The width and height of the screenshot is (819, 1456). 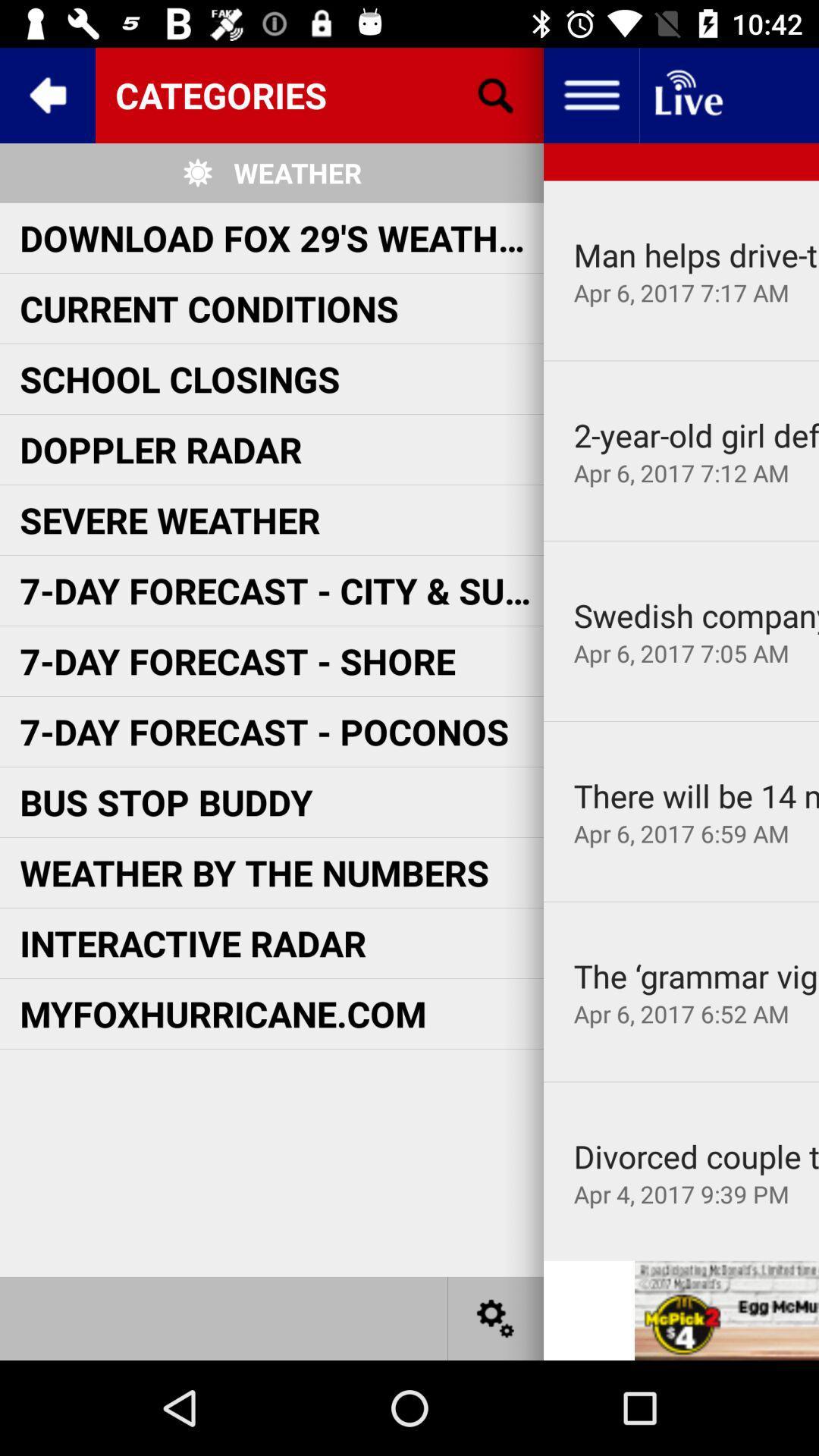 What do you see at coordinates (253, 872) in the screenshot?
I see `icon below bus stop buddy` at bounding box center [253, 872].